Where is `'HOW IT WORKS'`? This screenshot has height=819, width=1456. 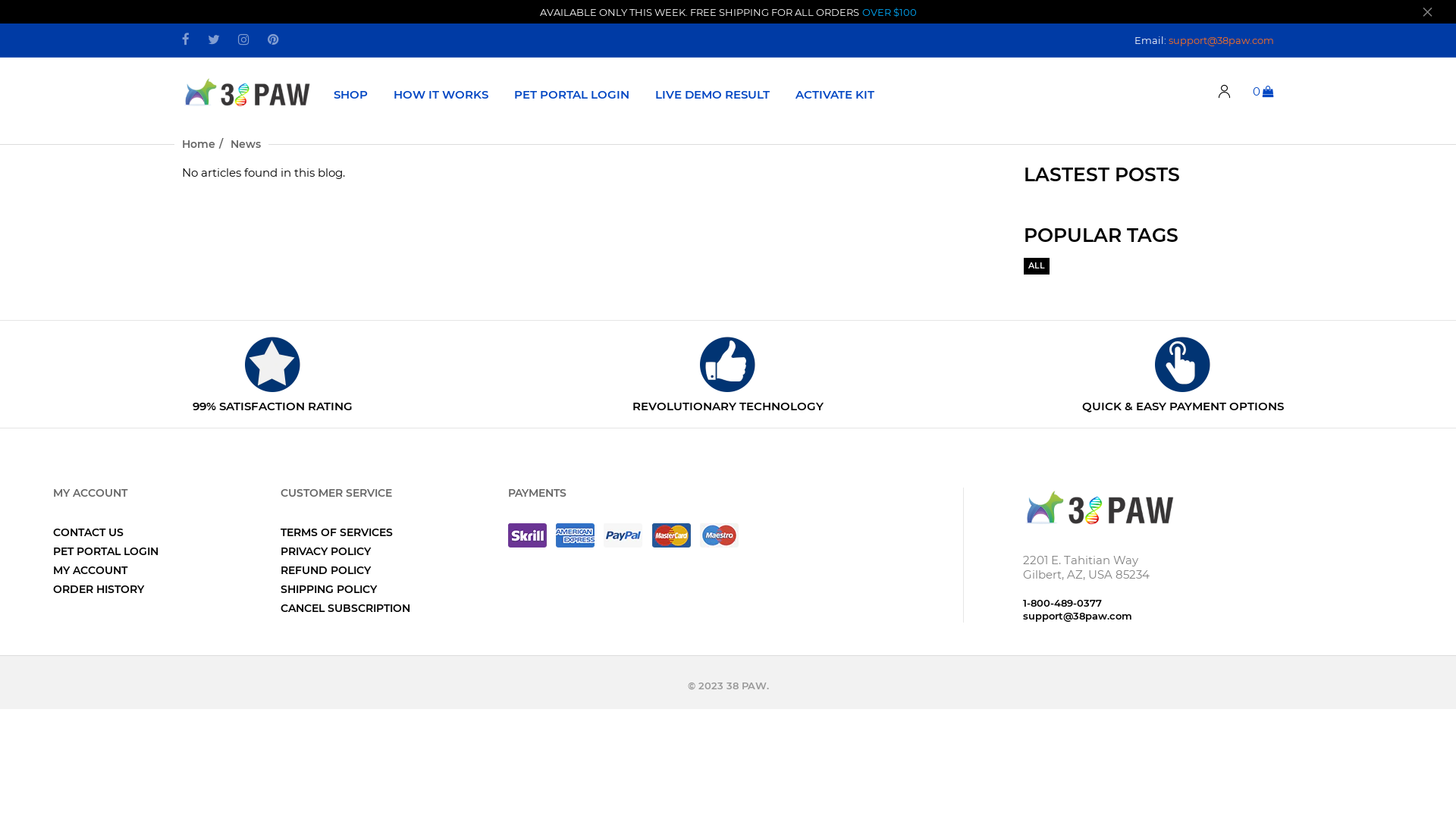
'HOW IT WORKS' is located at coordinates (440, 93).